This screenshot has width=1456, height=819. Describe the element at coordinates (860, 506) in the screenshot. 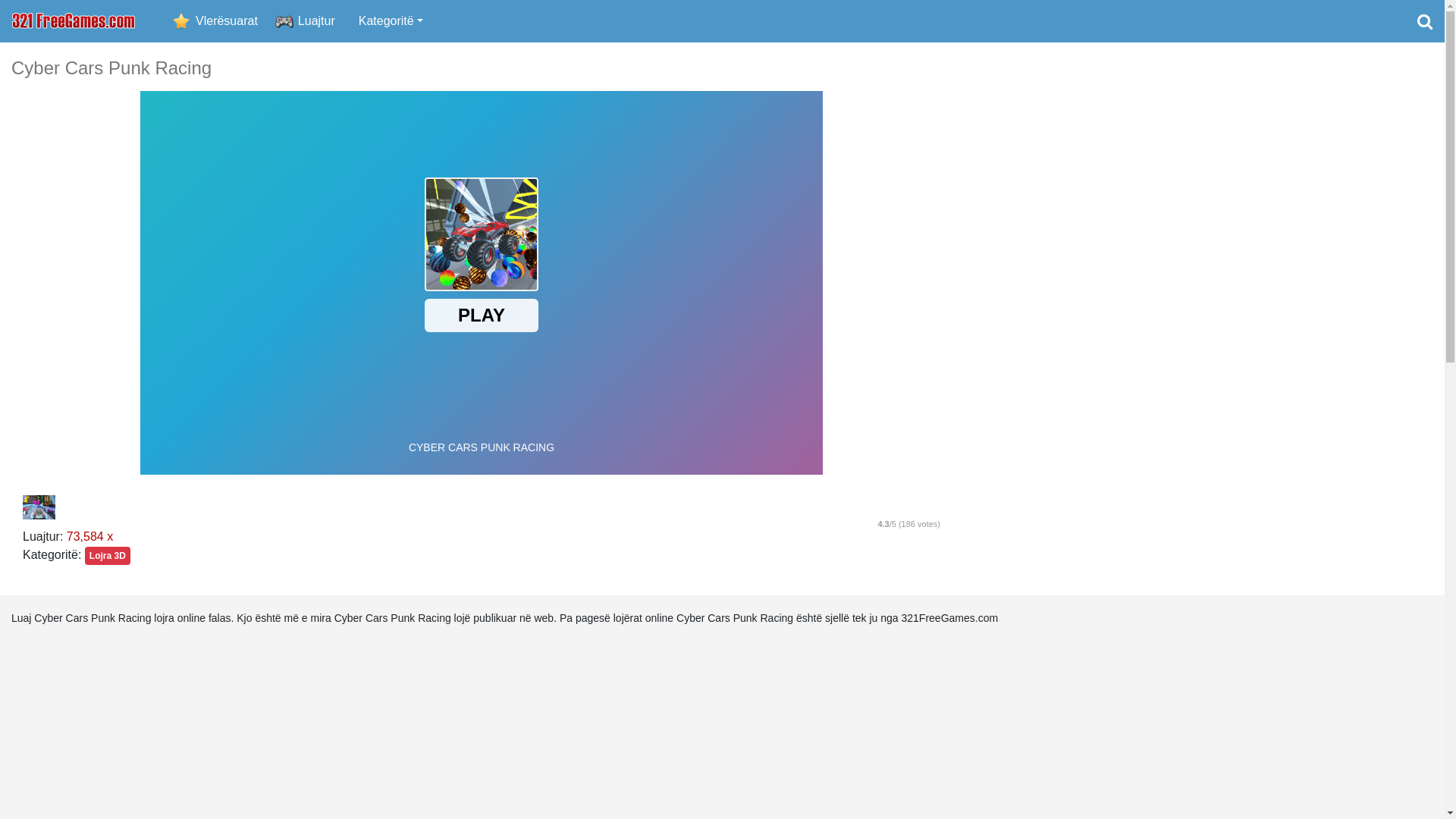

I see `'2'` at that location.